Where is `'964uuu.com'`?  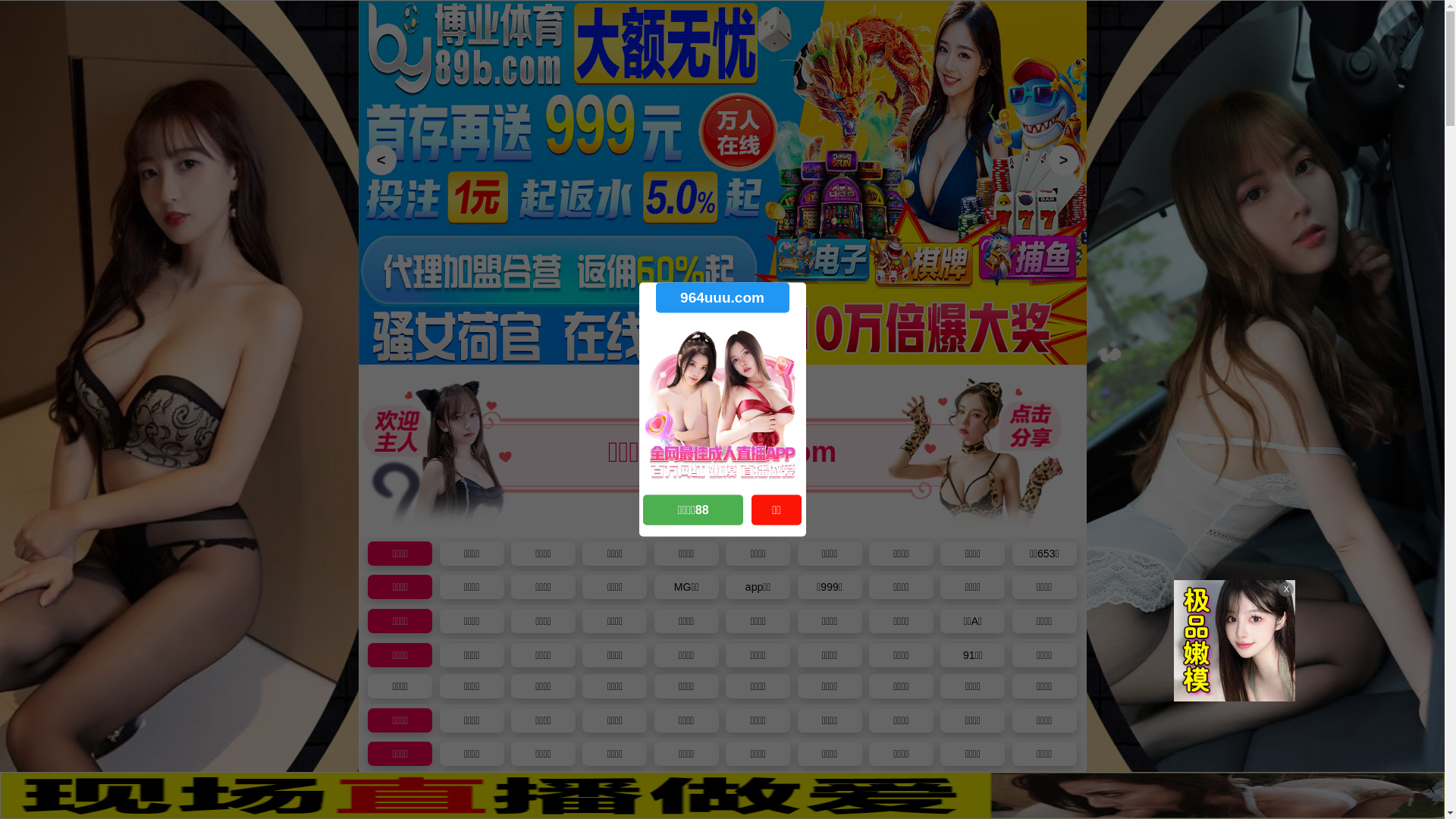 '964uuu.com' is located at coordinates (720, 297).